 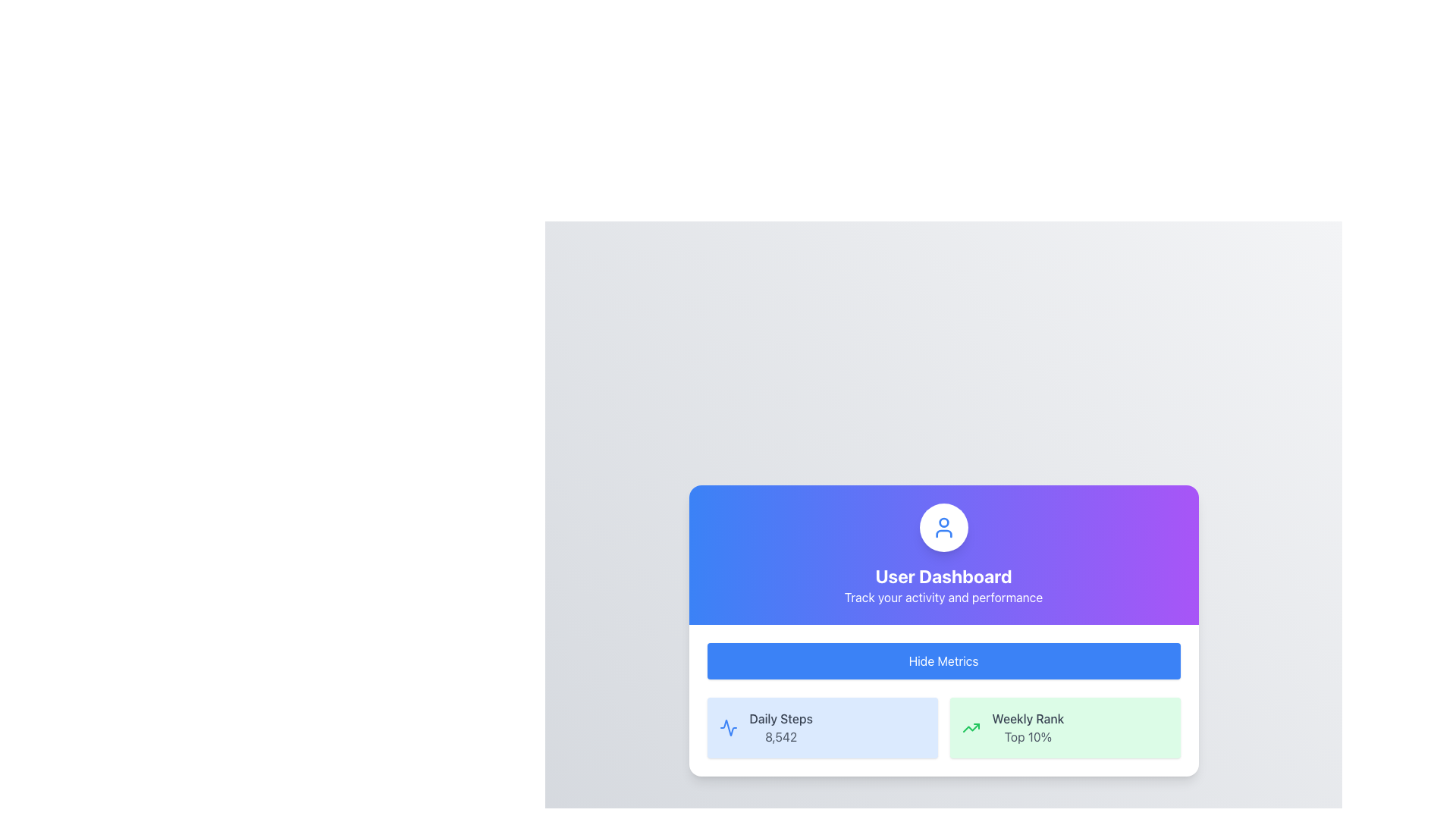 What do you see at coordinates (943, 576) in the screenshot?
I see `the bolded text label 'User Dashboard' which is centrally aligned in the header section of the interface` at bounding box center [943, 576].